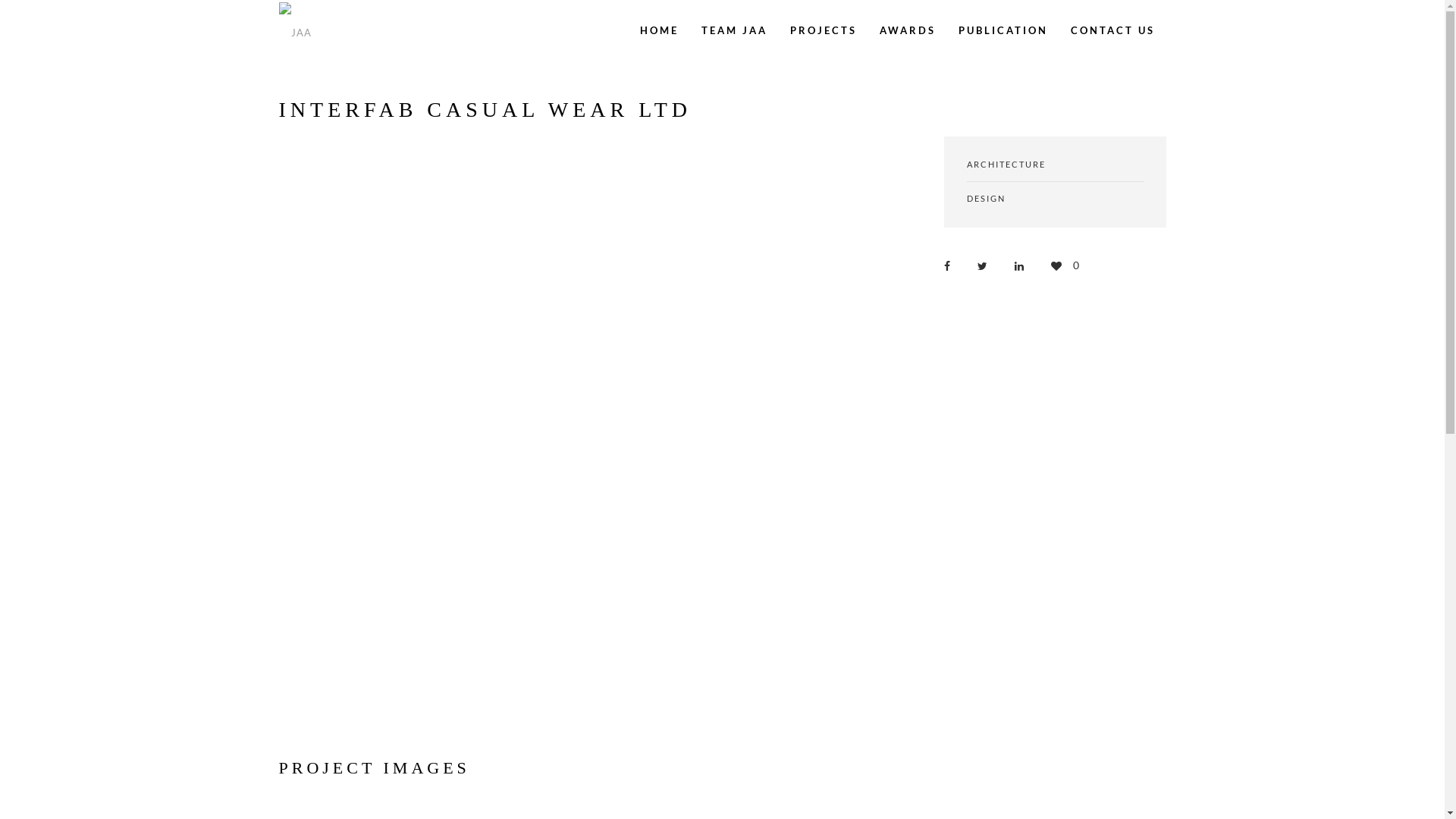 Image resolution: width=1456 pixels, height=819 pixels. What do you see at coordinates (821, 30) in the screenshot?
I see `'PROJECTS'` at bounding box center [821, 30].